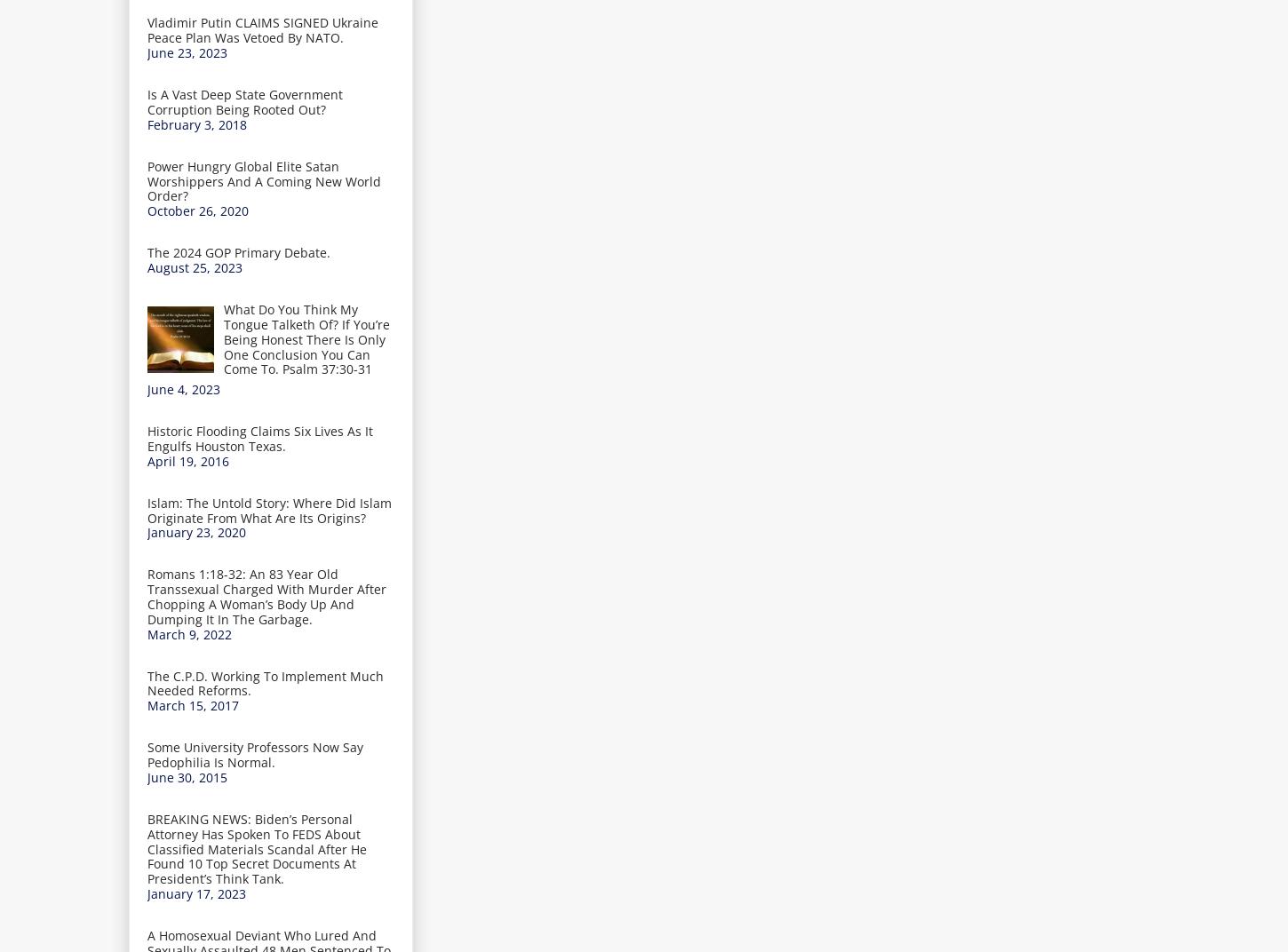 Image resolution: width=1288 pixels, height=952 pixels. Describe the element at coordinates (195, 893) in the screenshot. I see `'January 17, 2023'` at that location.